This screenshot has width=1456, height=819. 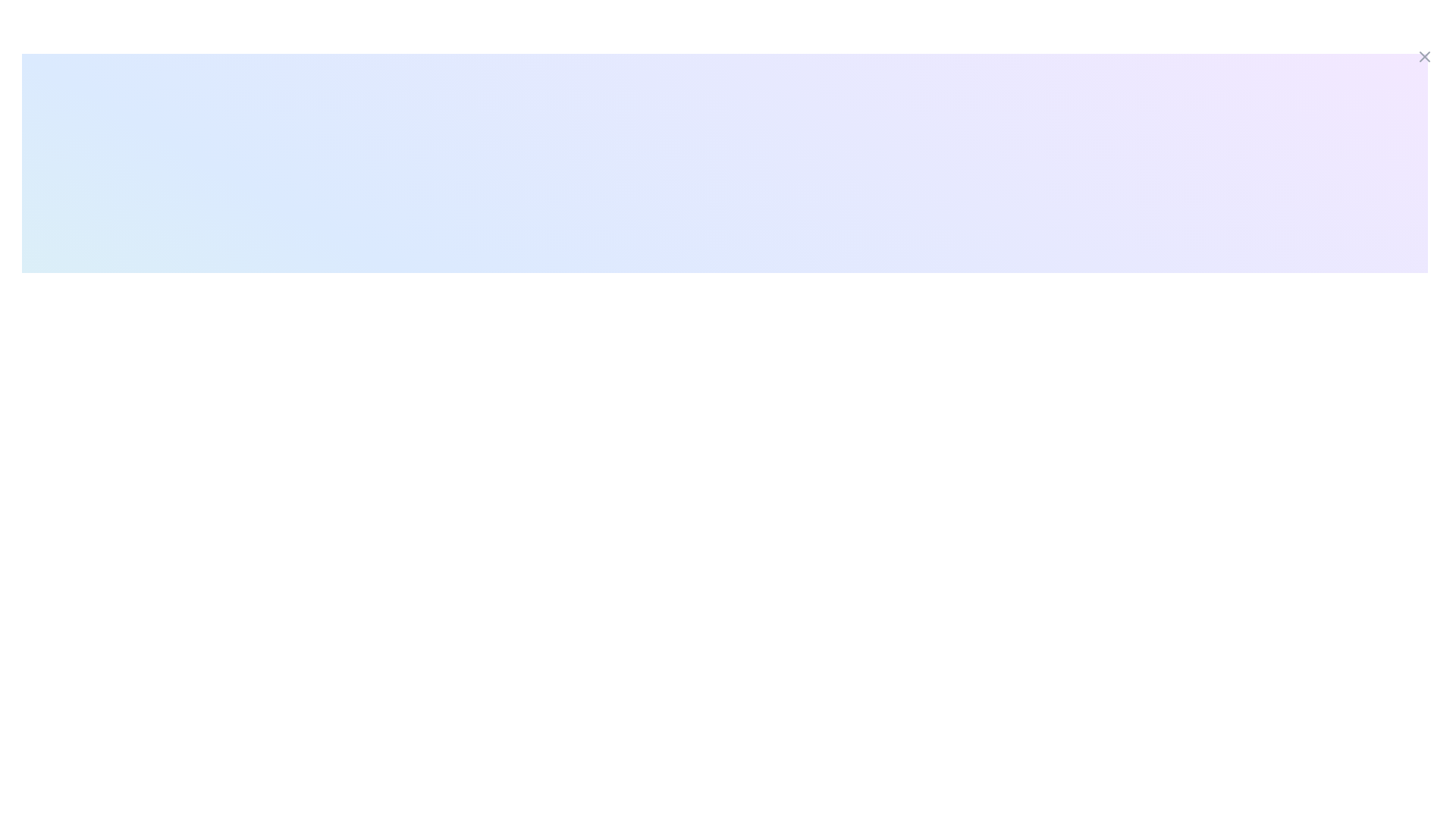 What do you see at coordinates (1423, 55) in the screenshot?
I see `the close button located at the top-right corner of the dialog` at bounding box center [1423, 55].